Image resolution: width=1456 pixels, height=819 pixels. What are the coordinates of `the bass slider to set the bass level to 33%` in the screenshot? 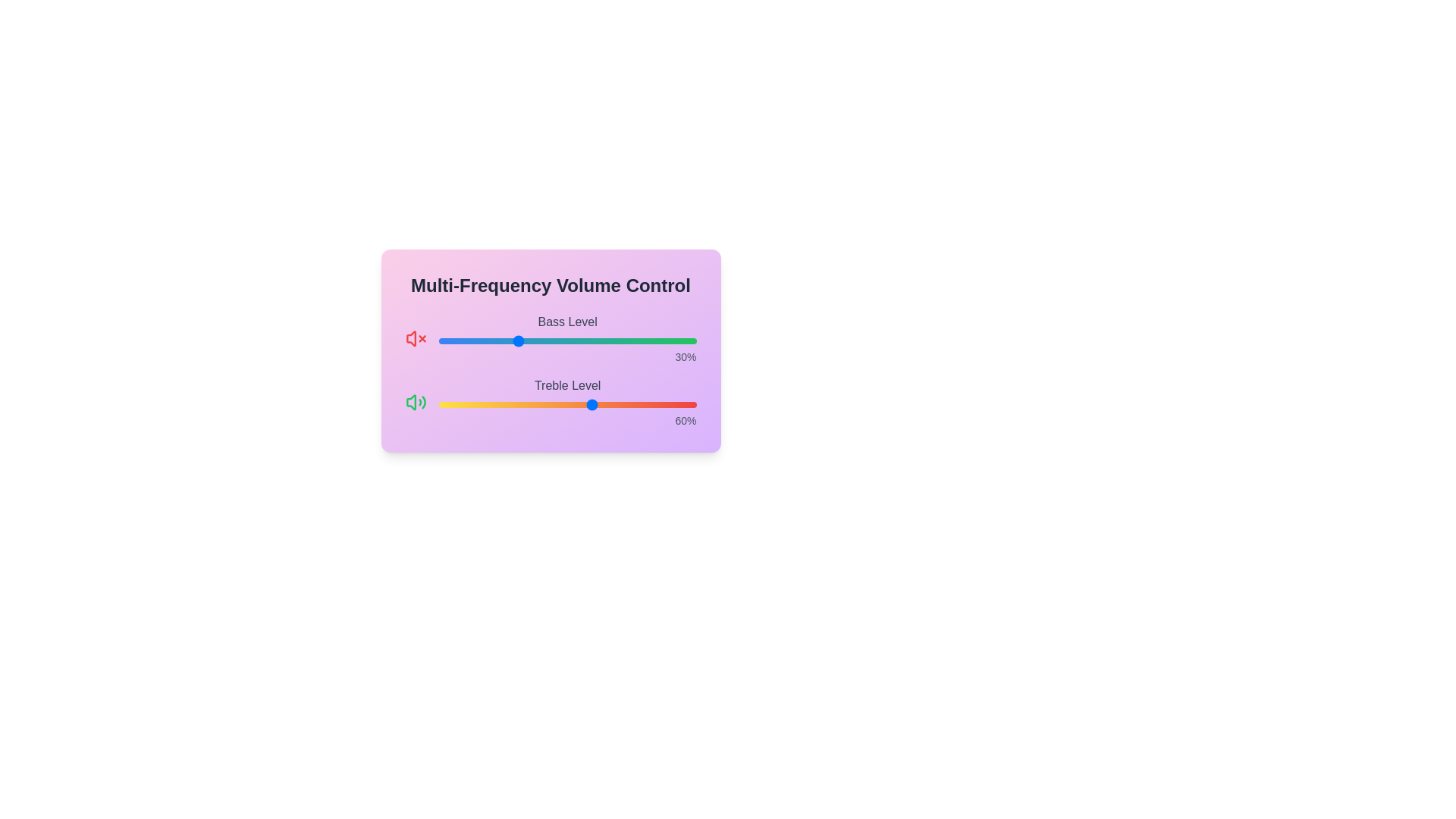 It's located at (523, 341).